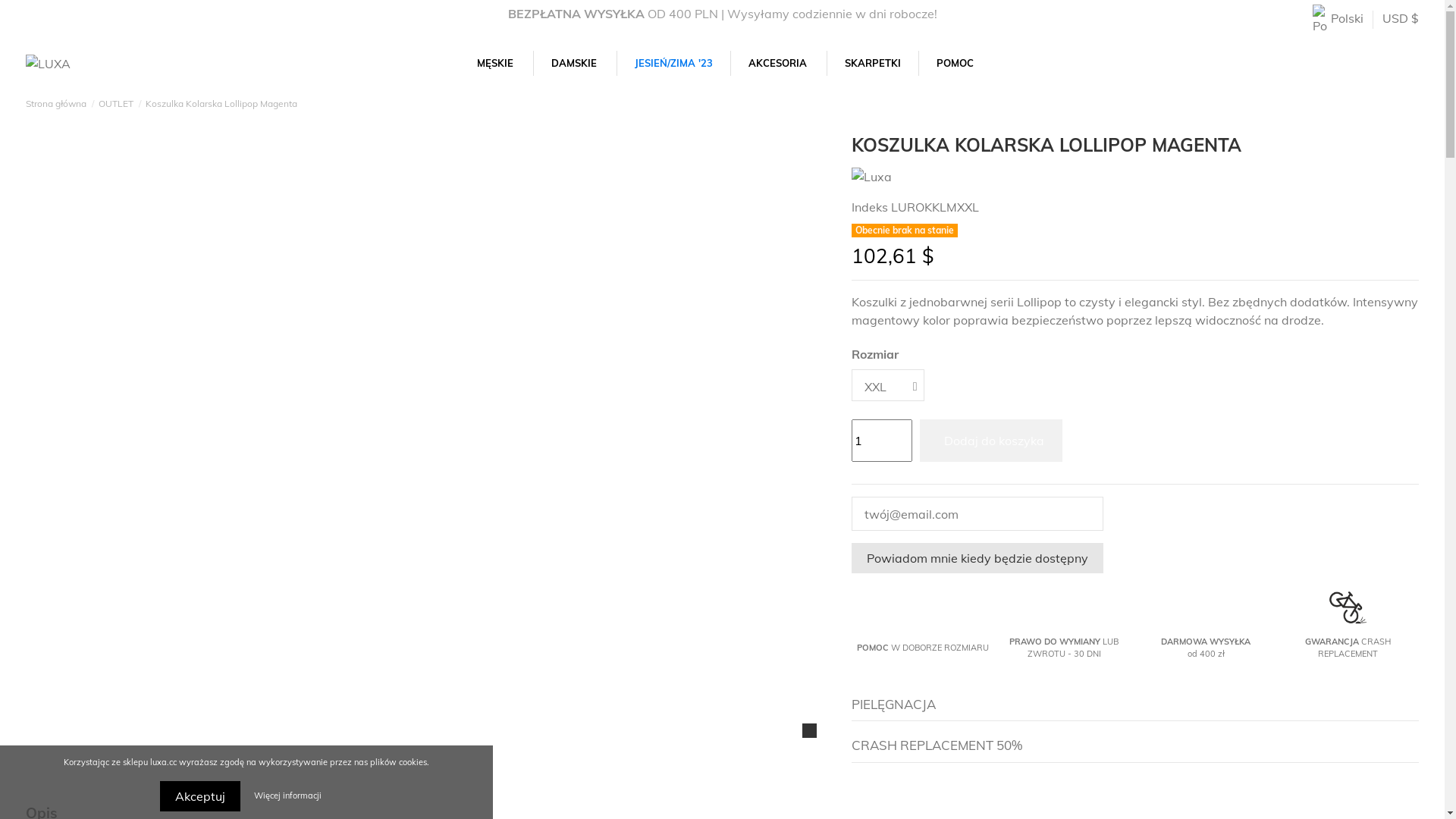 This screenshot has height=819, width=1456. What do you see at coordinates (872, 62) in the screenshot?
I see `'SKARPETKI'` at bounding box center [872, 62].